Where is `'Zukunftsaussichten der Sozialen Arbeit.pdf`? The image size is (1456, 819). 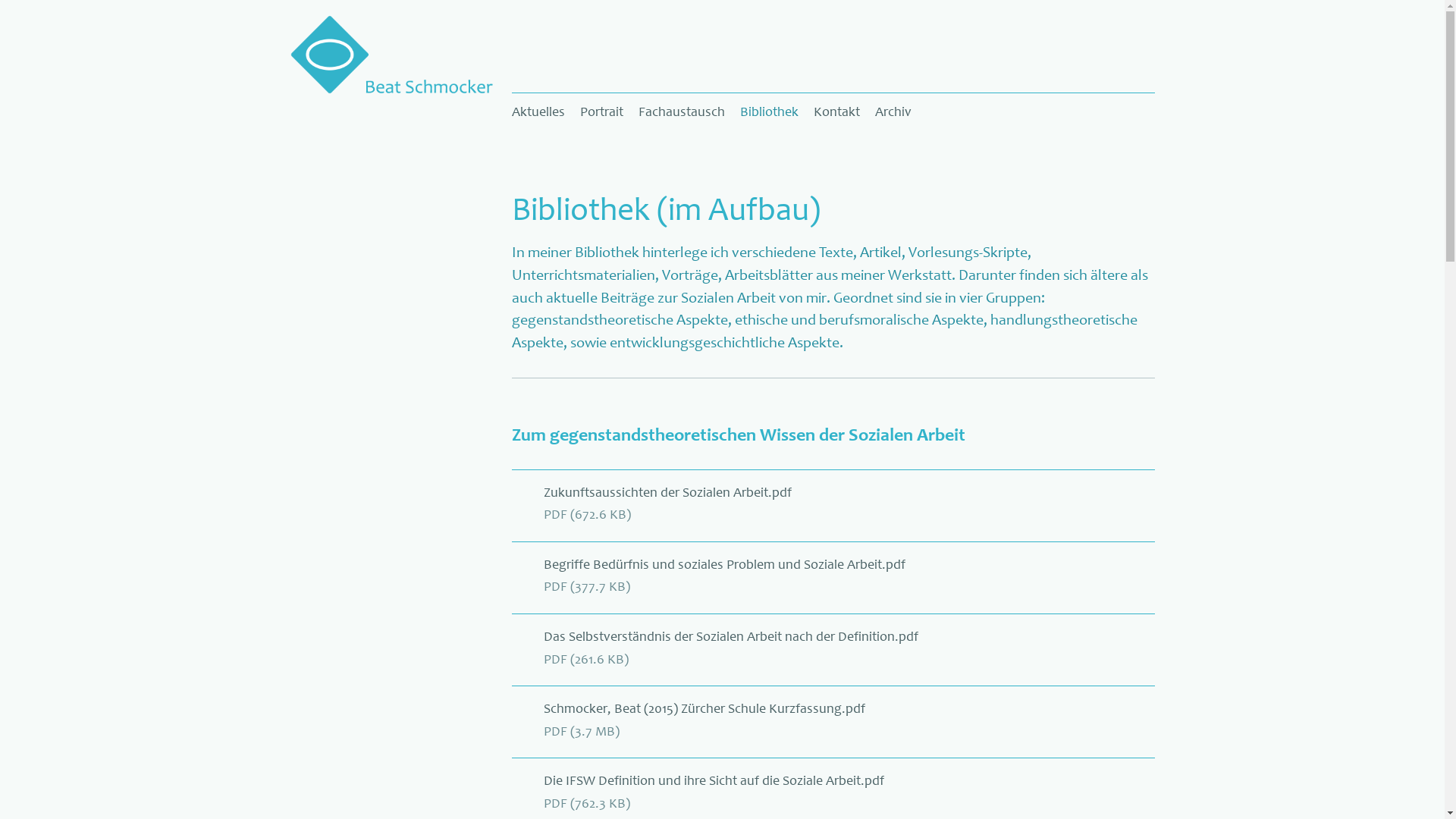 'Zukunftsaussichten der Sozialen Arbeit.pdf is located at coordinates (833, 521).